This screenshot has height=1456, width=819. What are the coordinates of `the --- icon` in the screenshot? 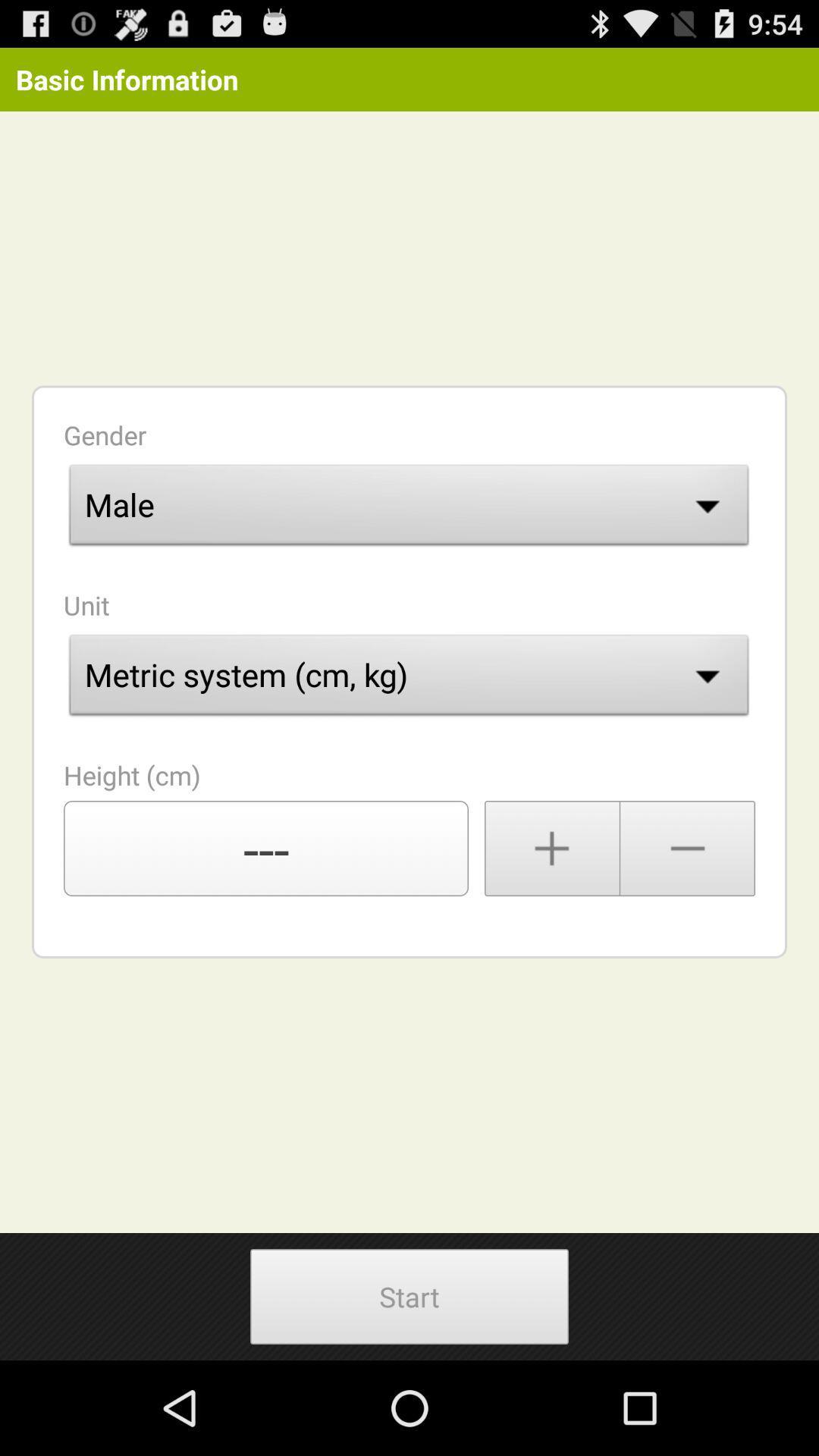 It's located at (265, 847).